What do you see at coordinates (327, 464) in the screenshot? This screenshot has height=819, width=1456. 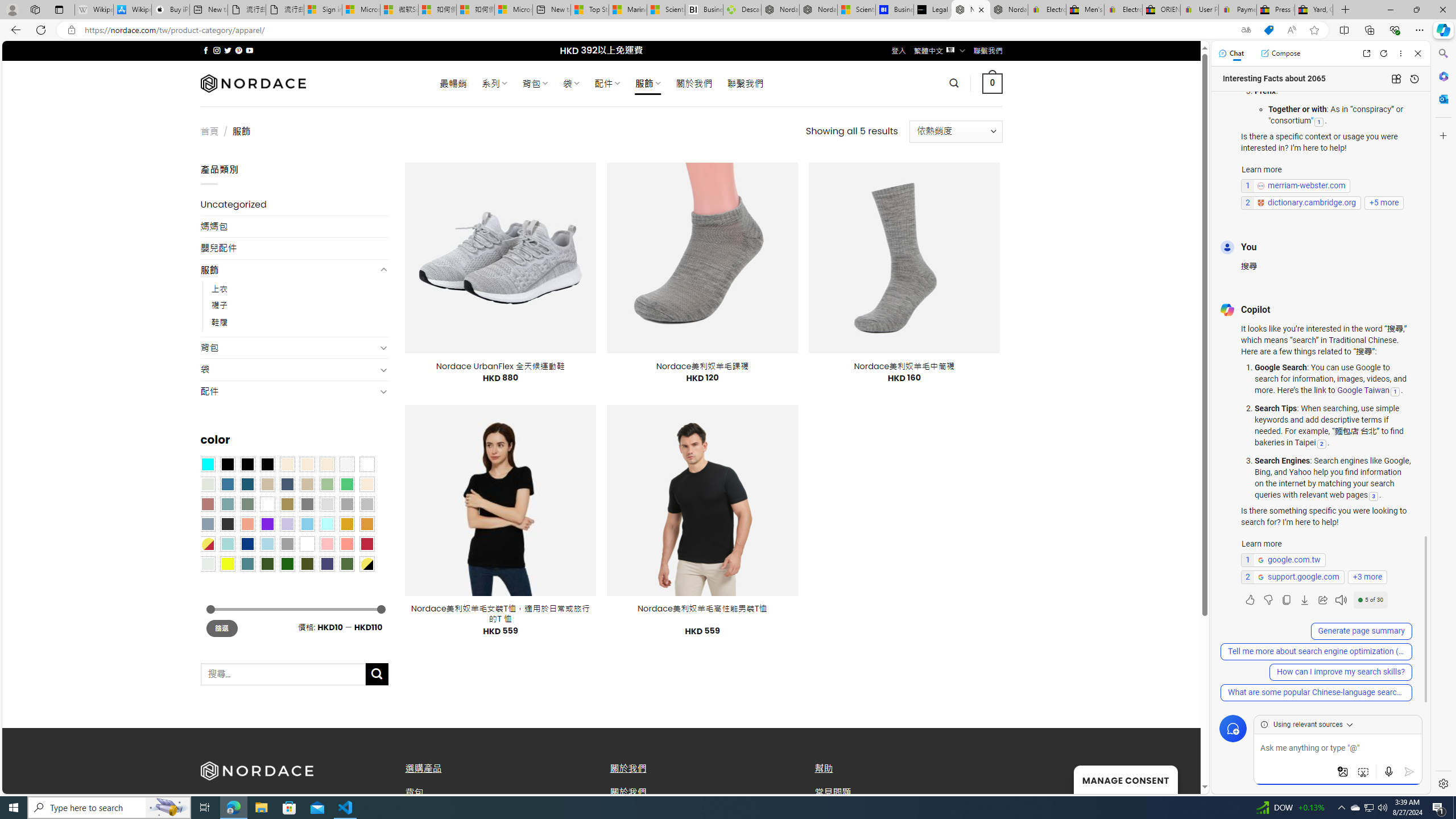 I see `'Cream'` at bounding box center [327, 464].